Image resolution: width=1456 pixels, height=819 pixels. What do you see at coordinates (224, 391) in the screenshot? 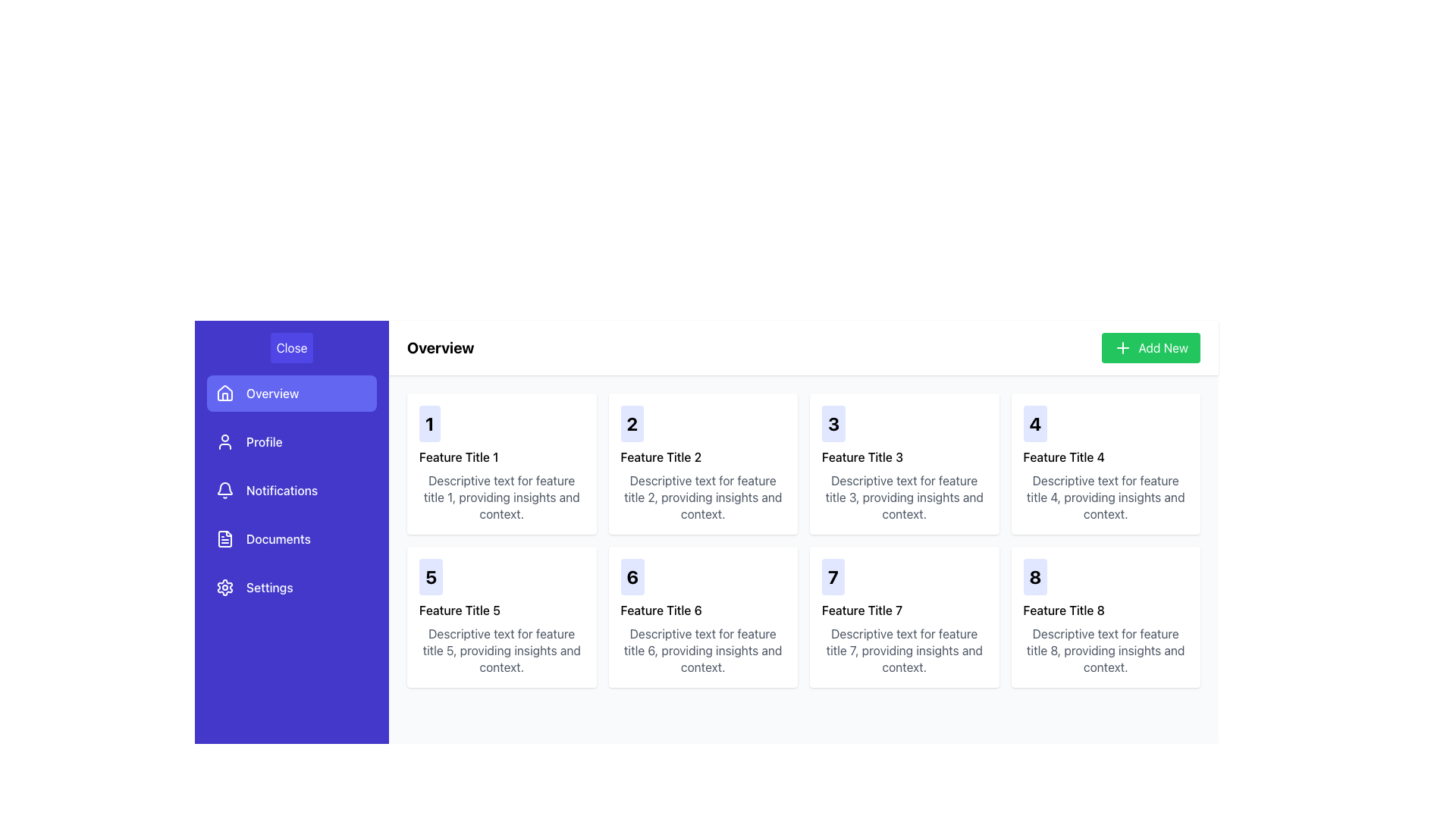
I see `the upper region of the blue house-shaped glyph in the navigation sidebar, located to the left of the 'Overview' label` at bounding box center [224, 391].